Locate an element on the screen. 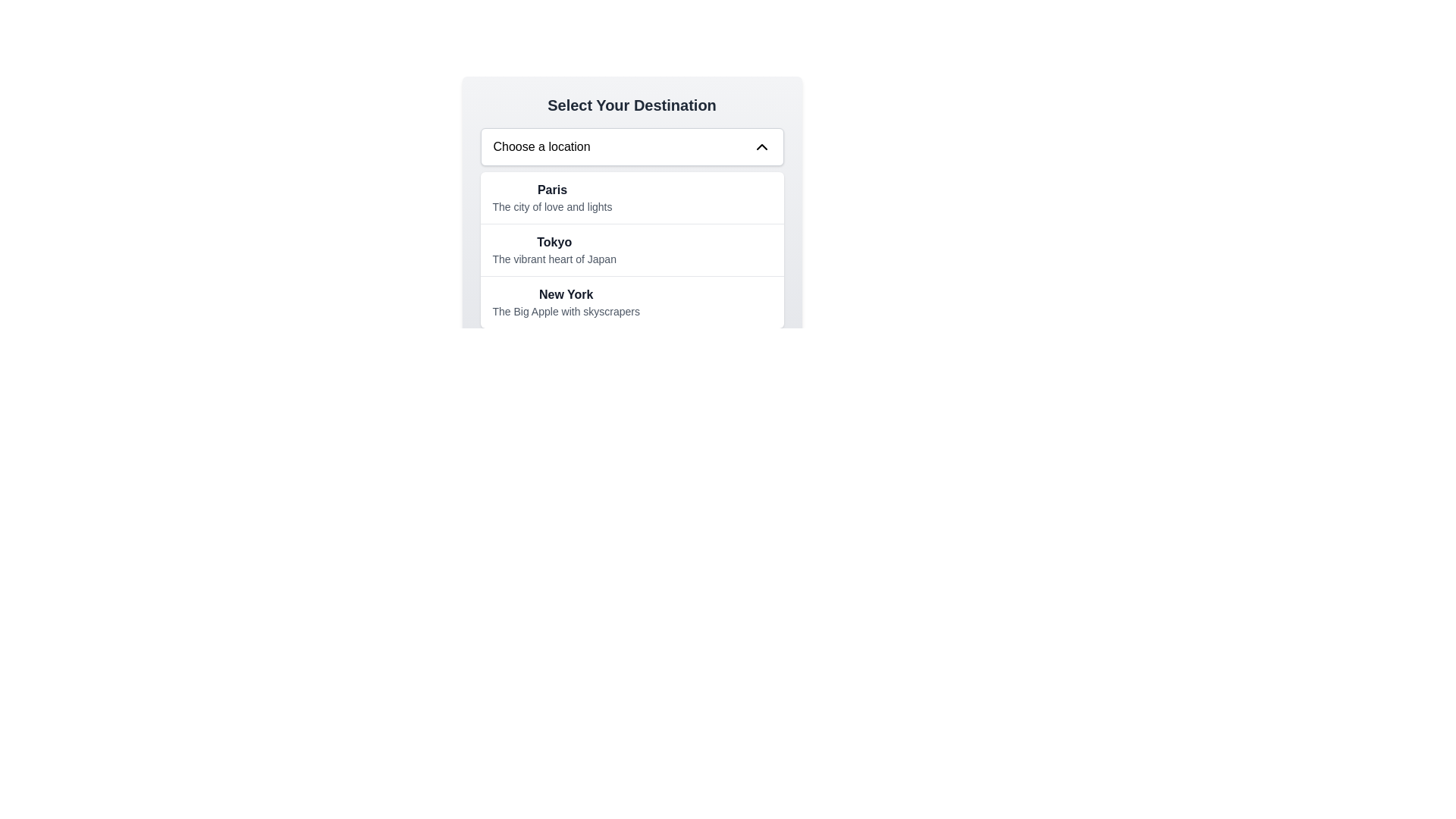 The image size is (1456, 819). the first item in the dropdown menu labeled 'Choose a location', which allows the user to select 'Paris' is located at coordinates (551, 197).